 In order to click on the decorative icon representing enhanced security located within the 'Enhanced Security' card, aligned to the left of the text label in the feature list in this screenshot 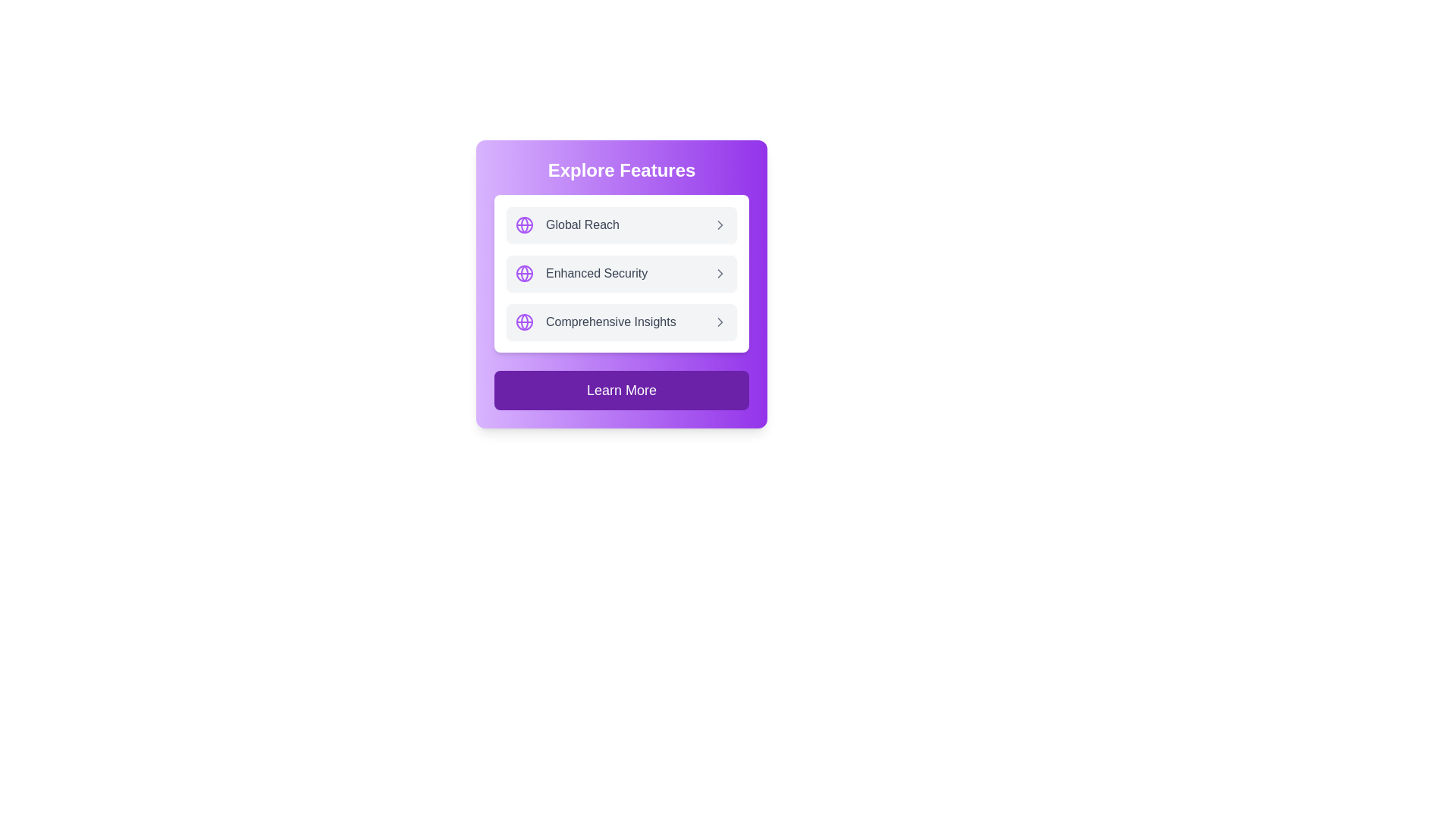, I will do `click(524, 274)`.